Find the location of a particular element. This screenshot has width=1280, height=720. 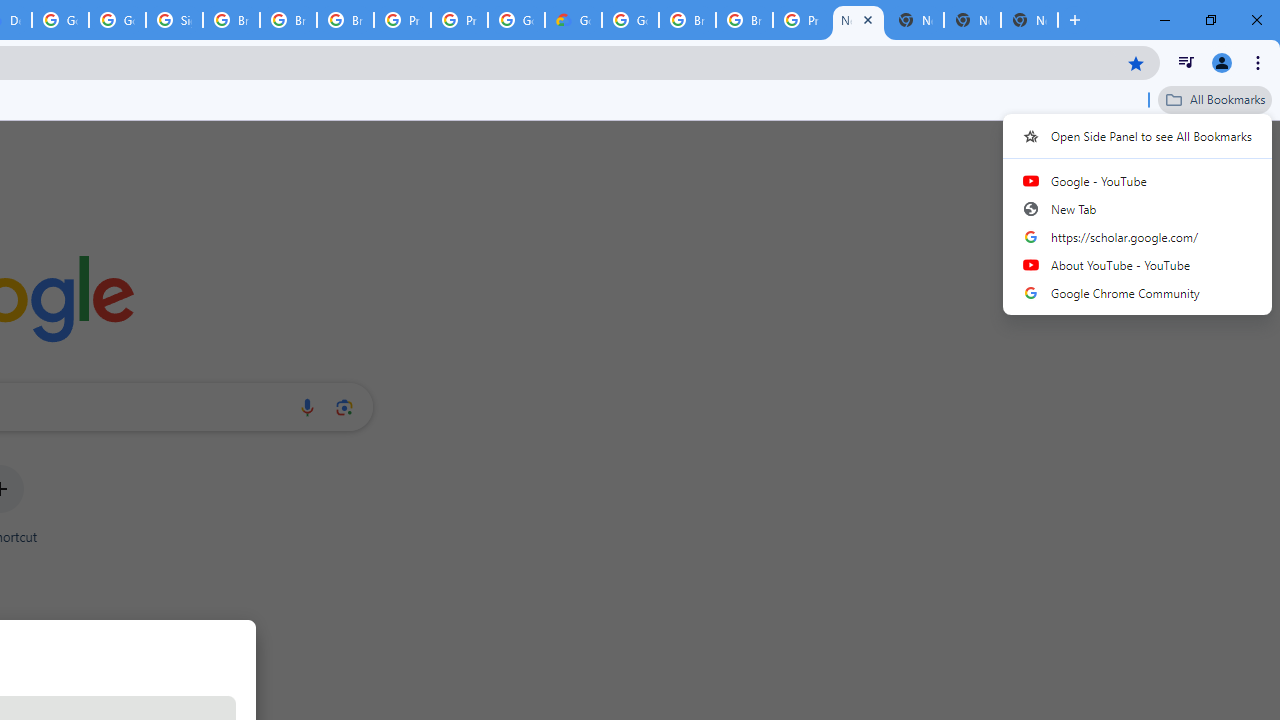

'Minimize' is located at coordinates (1165, 20).